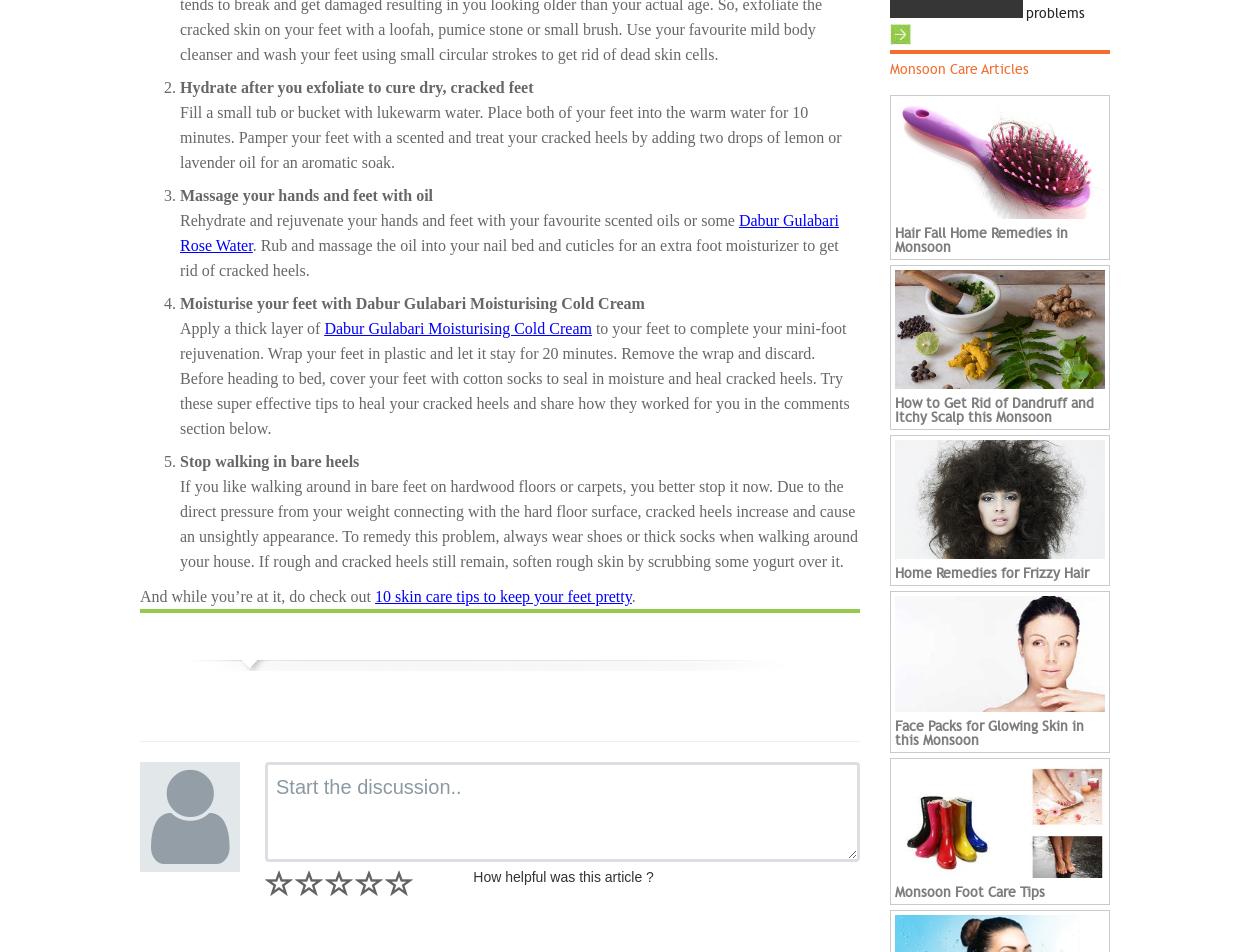 The image size is (1250, 952). I want to click on 'problems', so click(1026, 13).